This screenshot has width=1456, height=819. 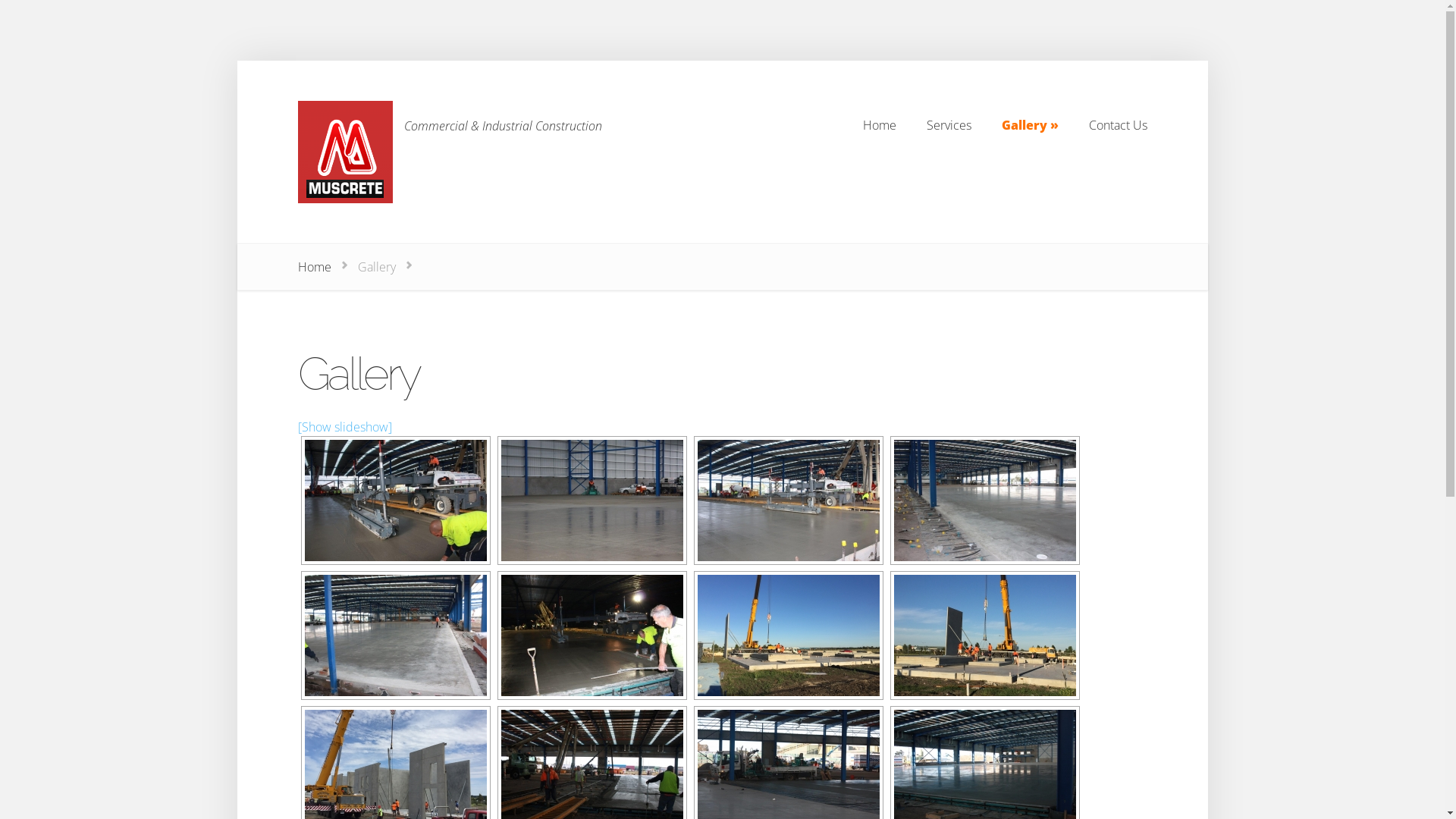 What do you see at coordinates (344, 427) in the screenshot?
I see `'[Show slideshow]'` at bounding box center [344, 427].